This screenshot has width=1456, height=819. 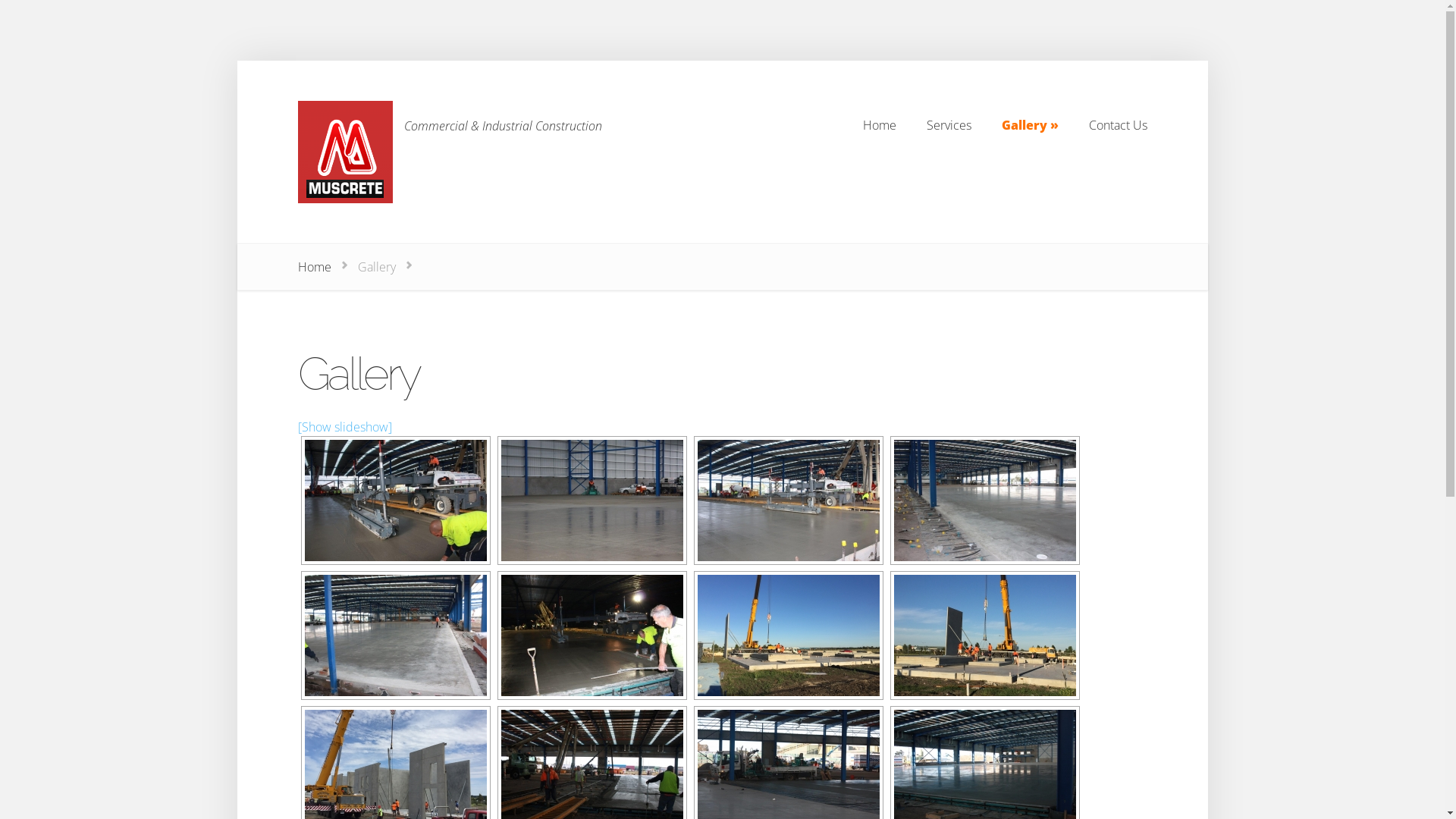 What do you see at coordinates (344, 427) in the screenshot?
I see `'[Show slideshow]'` at bounding box center [344, 427].